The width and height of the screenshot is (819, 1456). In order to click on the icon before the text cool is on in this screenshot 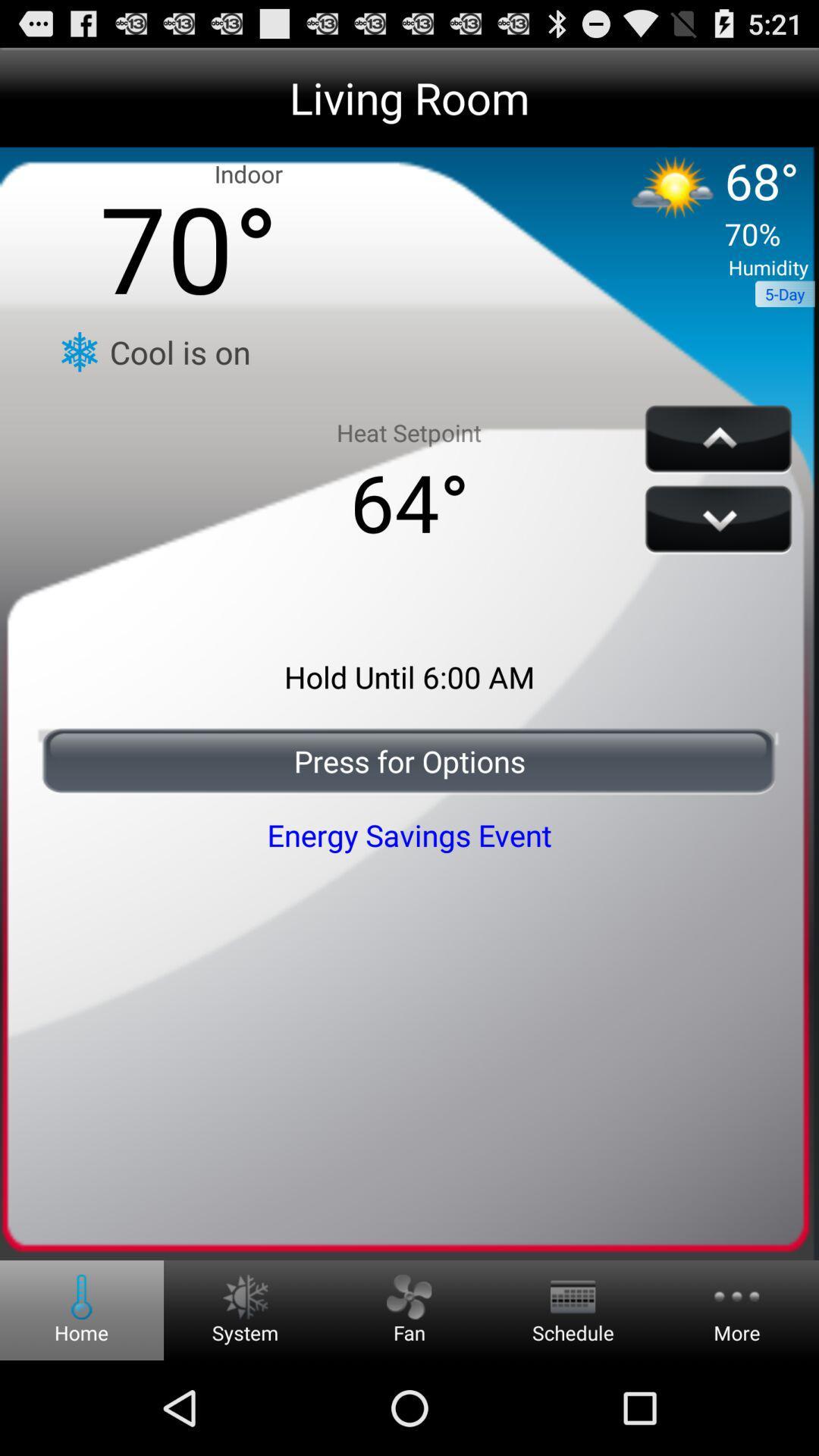, I will do `click(79, 351)`.